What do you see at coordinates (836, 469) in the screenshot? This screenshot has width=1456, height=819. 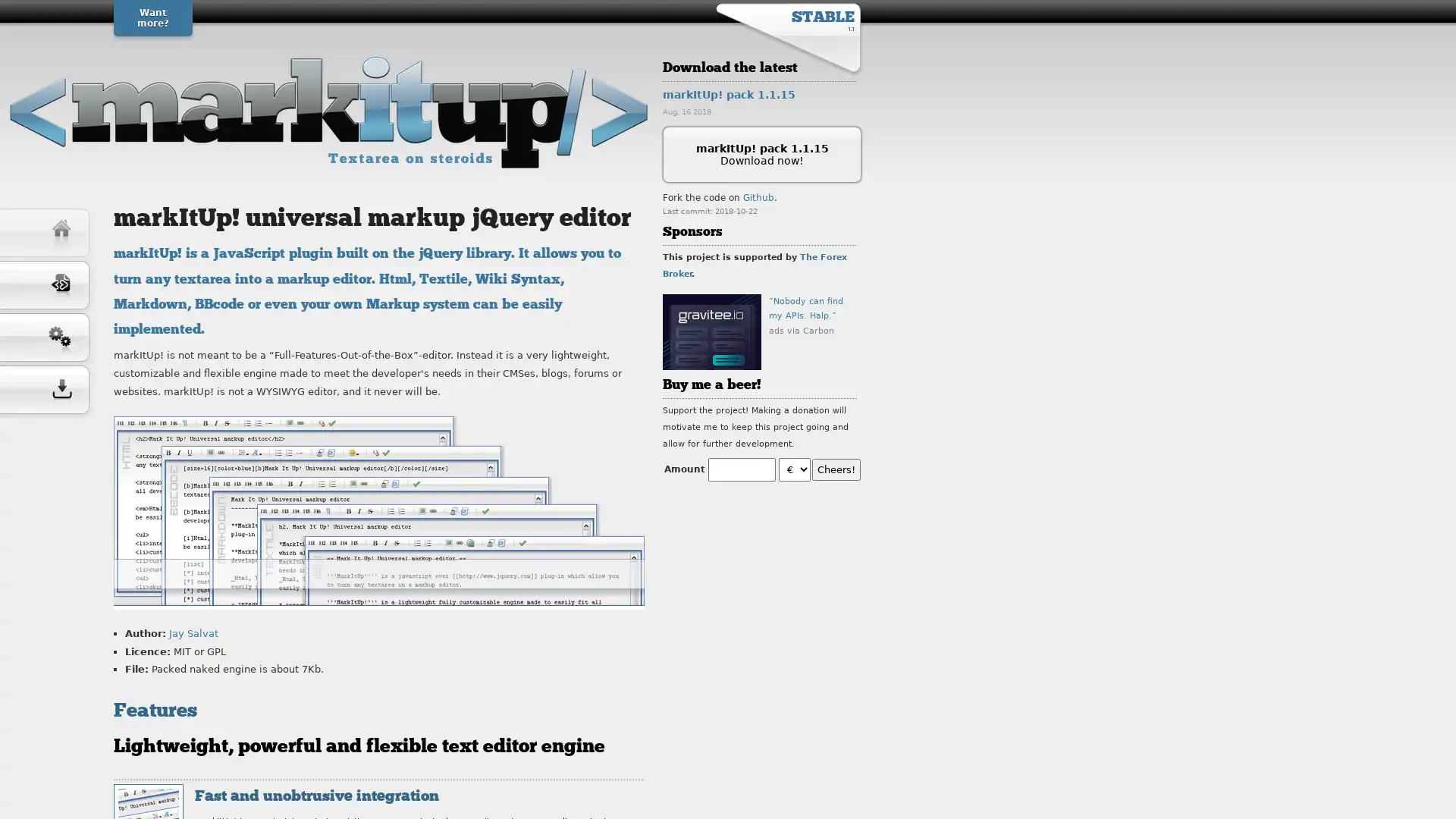 I see `Cheers!` at bounding box center [836, 469].